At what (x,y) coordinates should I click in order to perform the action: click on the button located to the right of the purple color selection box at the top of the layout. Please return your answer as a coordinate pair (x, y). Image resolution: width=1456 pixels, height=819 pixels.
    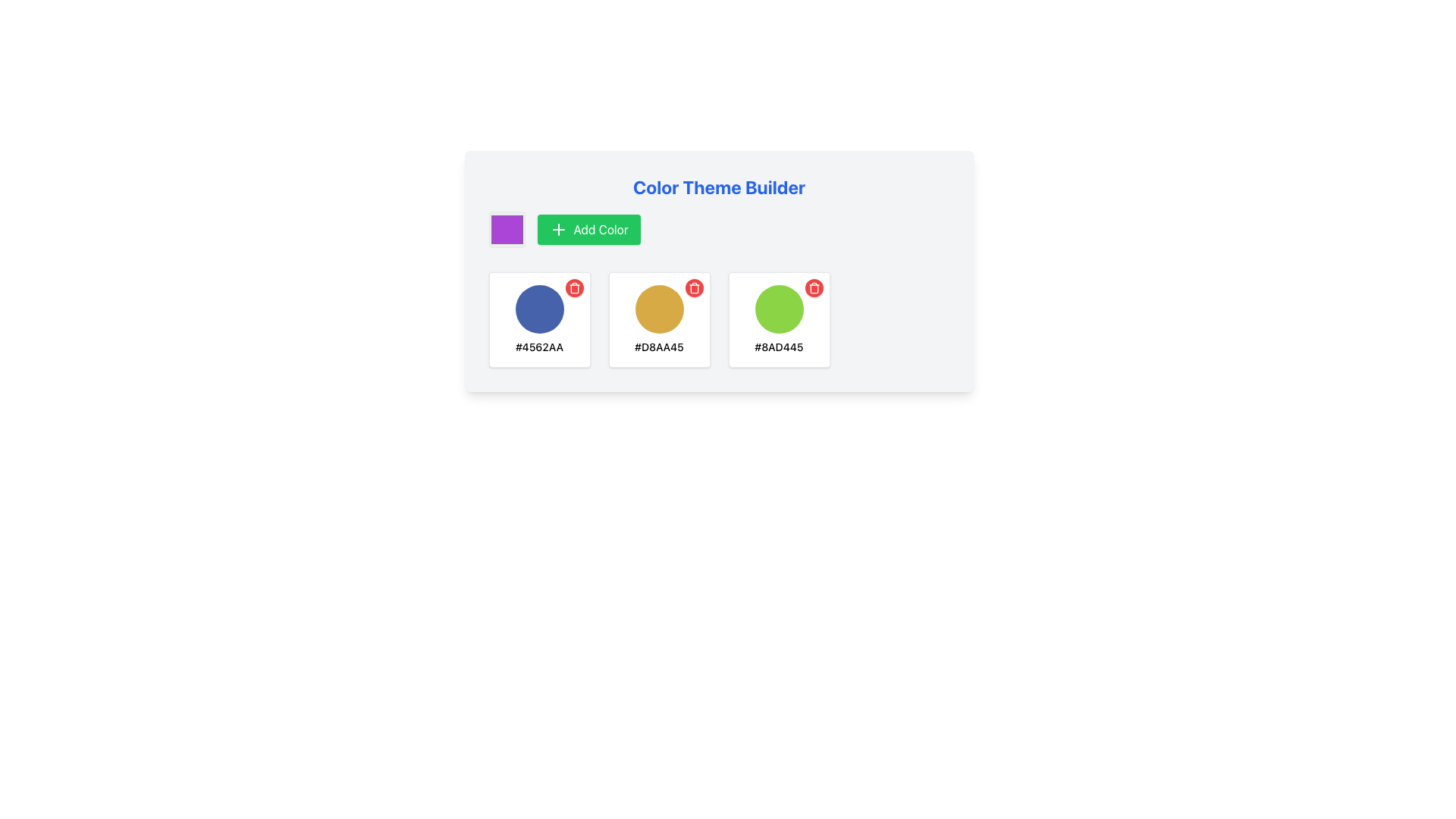
    Looking at the image, I should click on (588, 230).